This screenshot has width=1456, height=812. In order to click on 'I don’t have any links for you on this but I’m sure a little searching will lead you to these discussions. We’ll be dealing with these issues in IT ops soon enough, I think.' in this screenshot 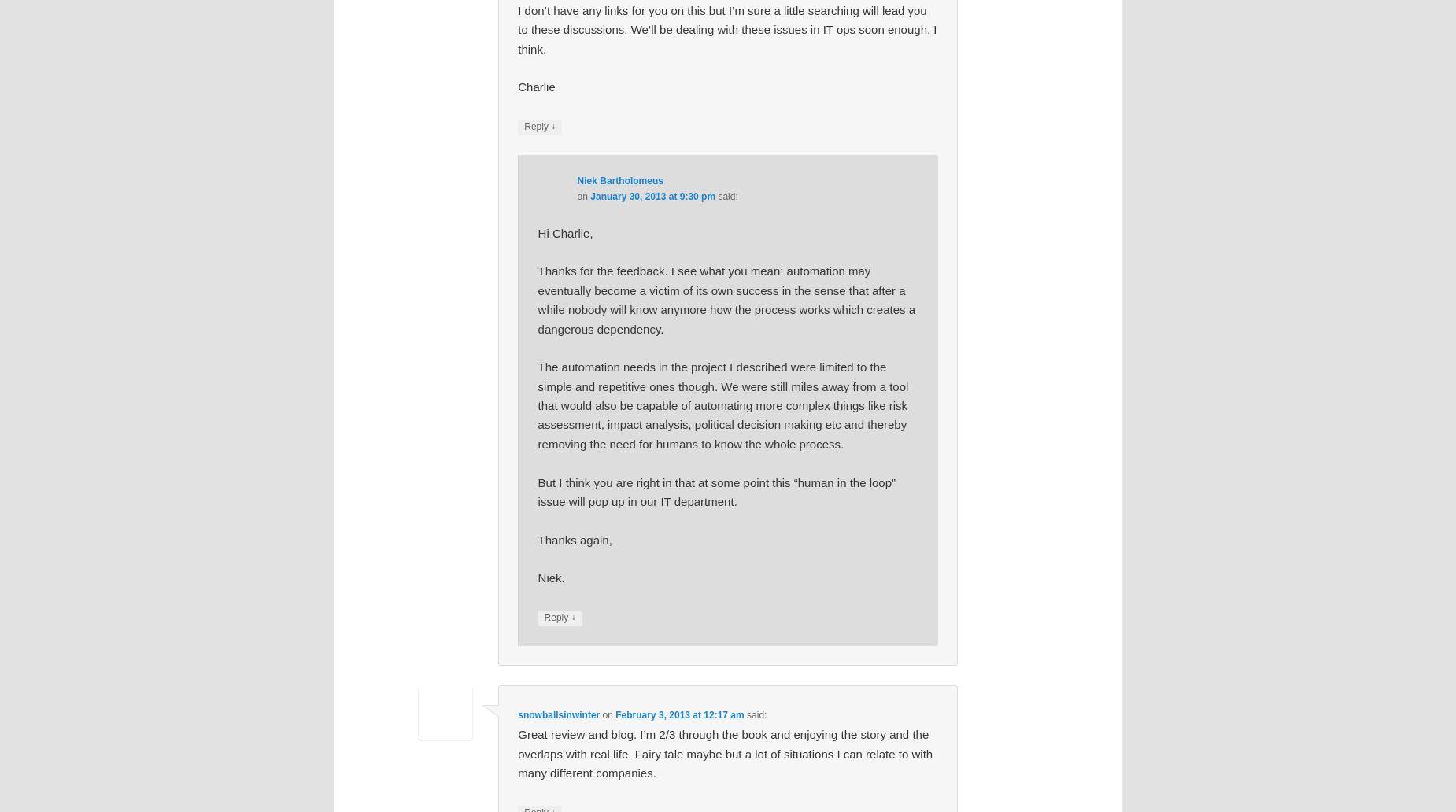, I will do `click(518, 29)`.